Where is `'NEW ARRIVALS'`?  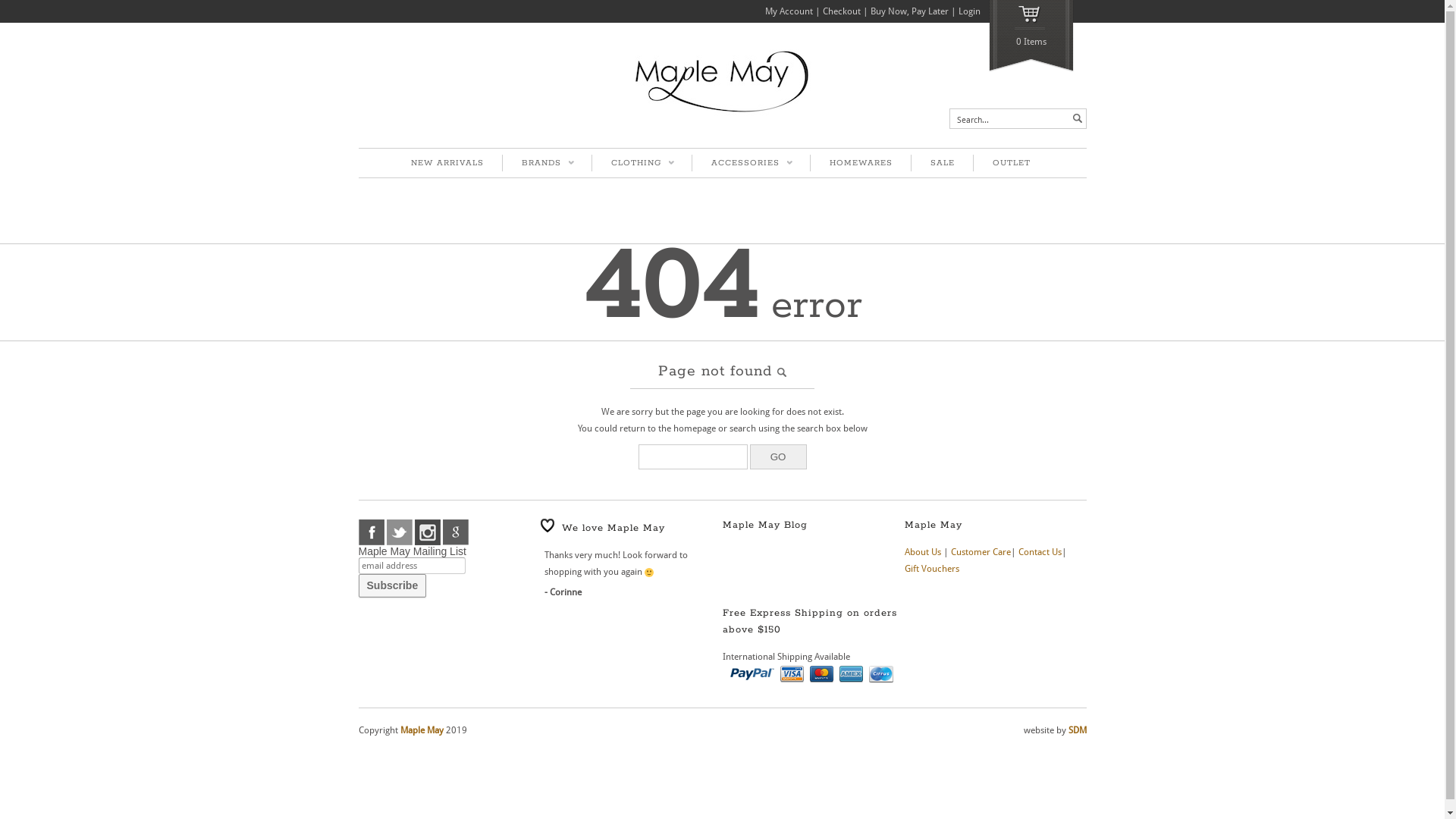 'NEW ARRIVALS' is located at coordinates (447, 163).